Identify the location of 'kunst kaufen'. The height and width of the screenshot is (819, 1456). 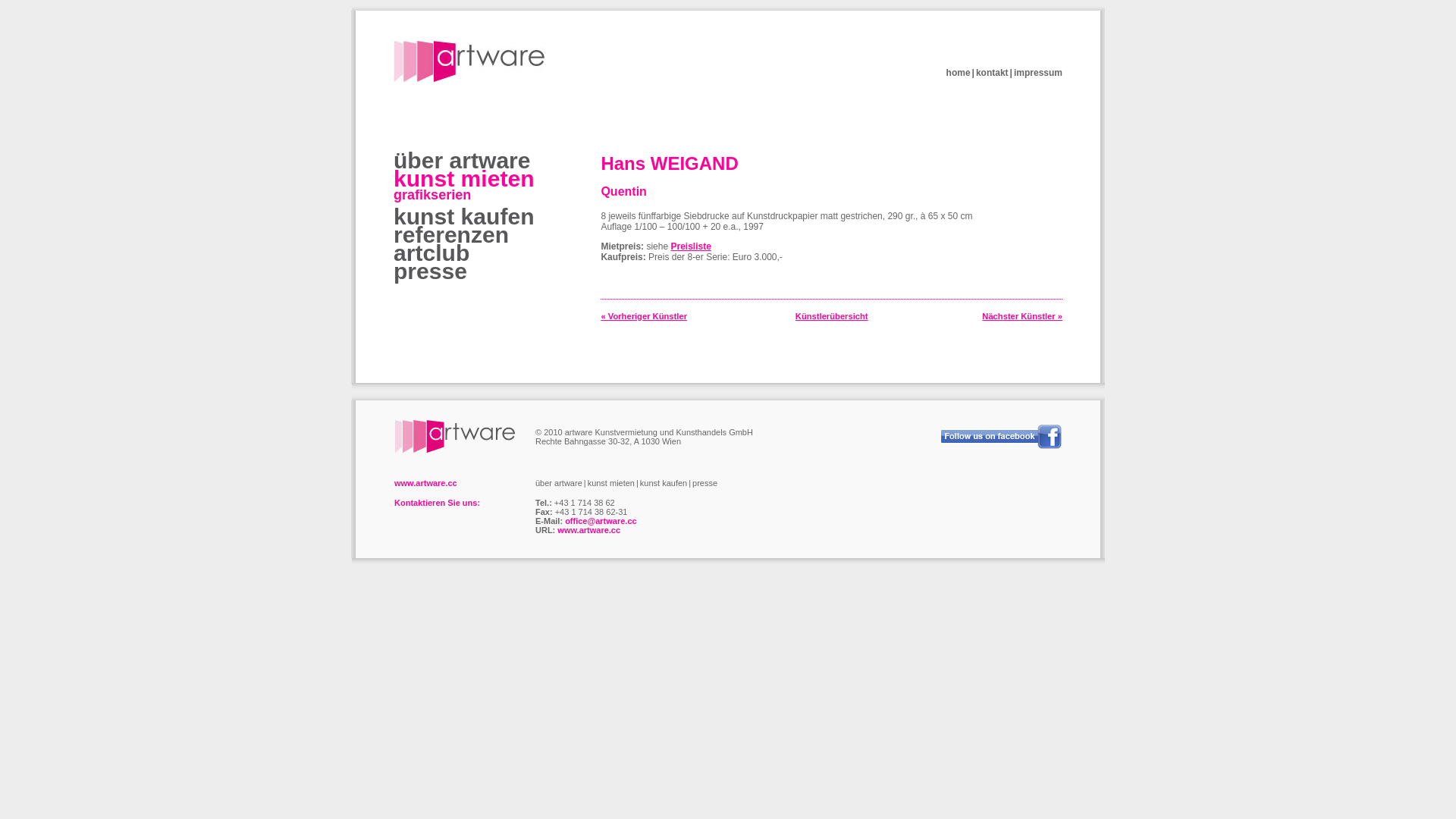
(463, 216).